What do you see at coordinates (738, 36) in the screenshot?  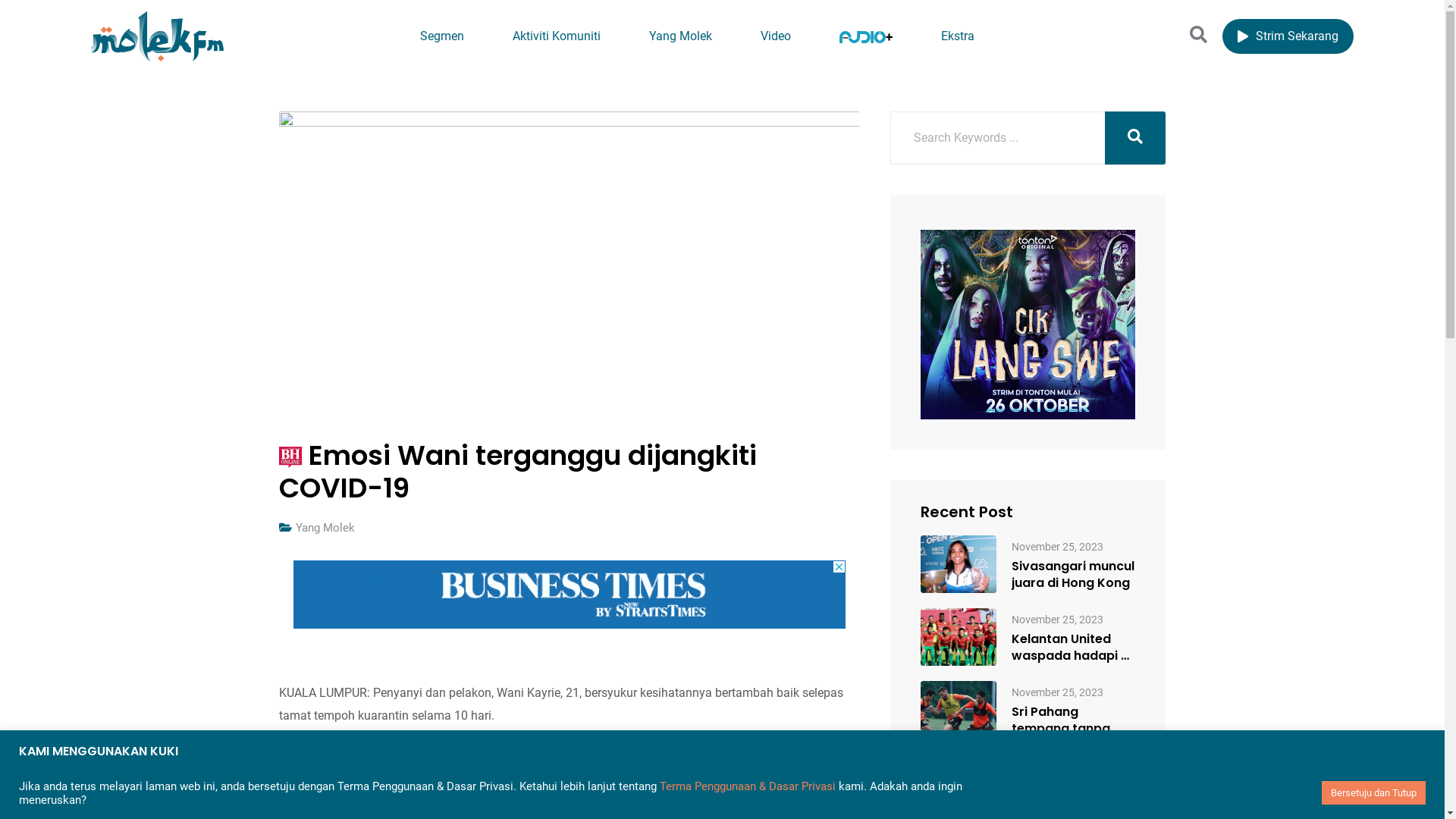 I see `'Video'` at bounding box center [738, 36].